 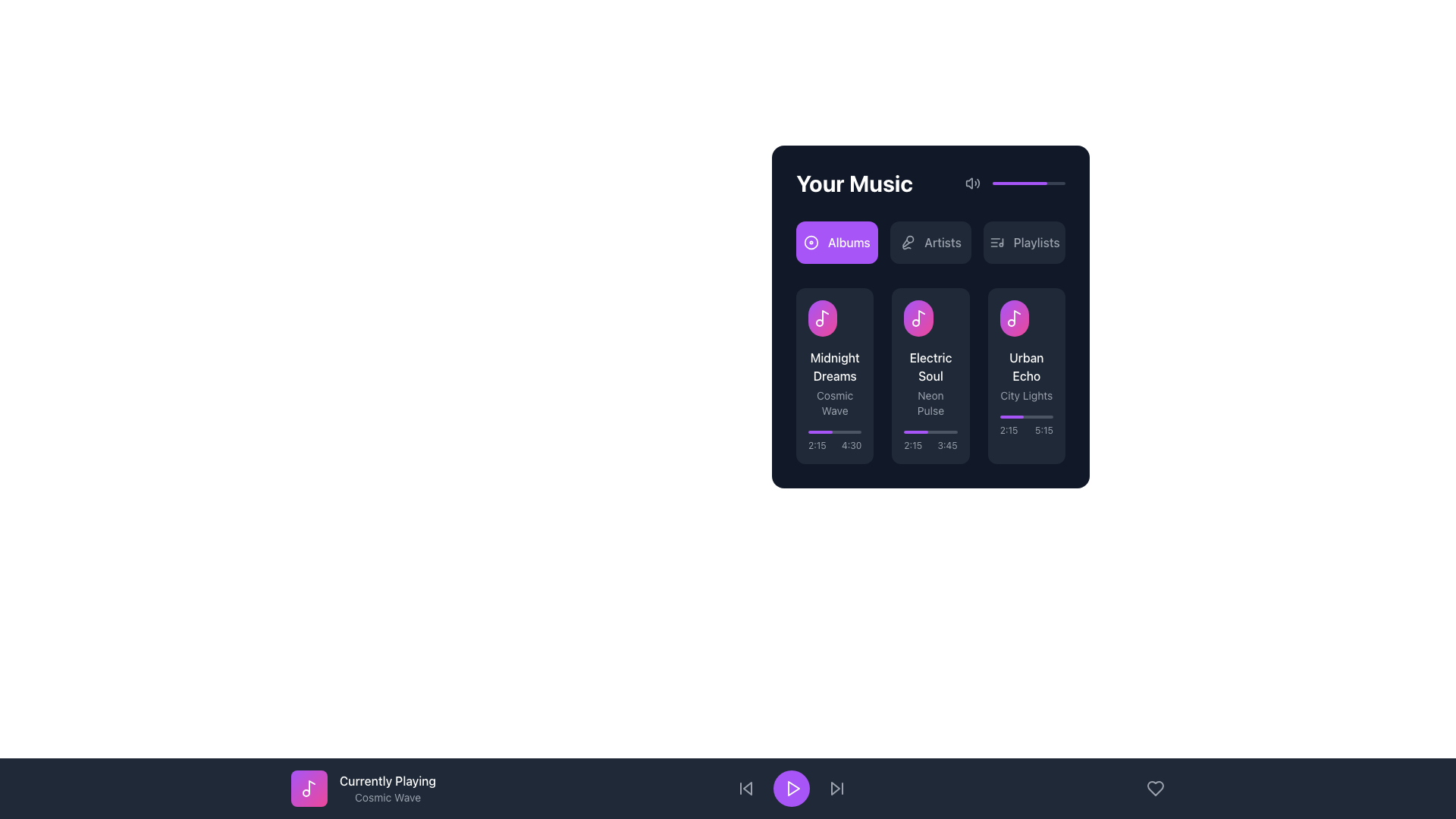 What do you see at coordinates (1025, 242) in the screenshot?
I see `the 'Playlists' button, which is the third button in a horizontal row of buttons labeled 'Albums', 'Artists', and 'Playlists', located below the main heading 'Your Music'` at bounding box center [1025, 242].